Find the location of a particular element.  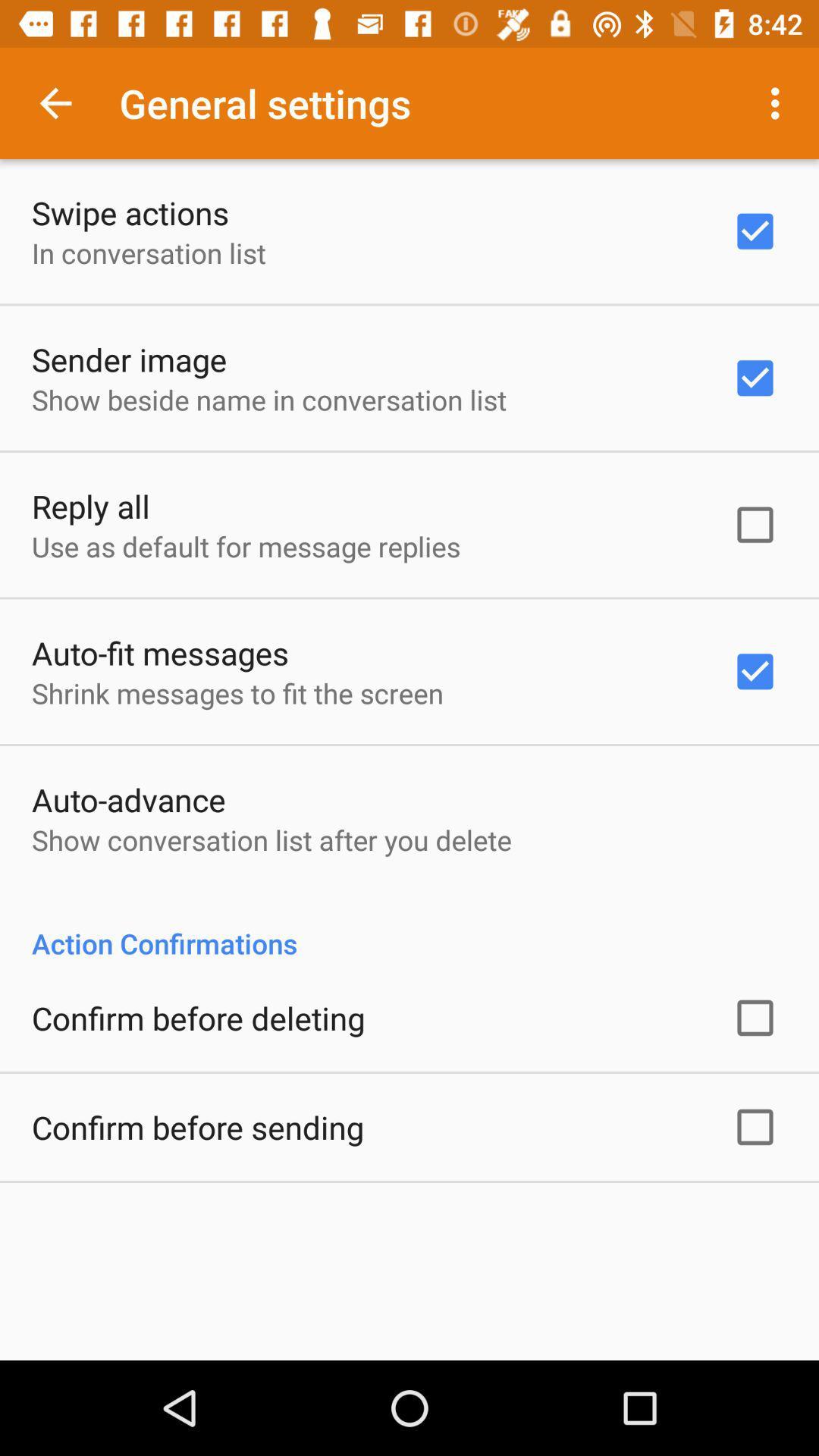

the icon below the shrink messages to item is located at coordinates (127, 799).